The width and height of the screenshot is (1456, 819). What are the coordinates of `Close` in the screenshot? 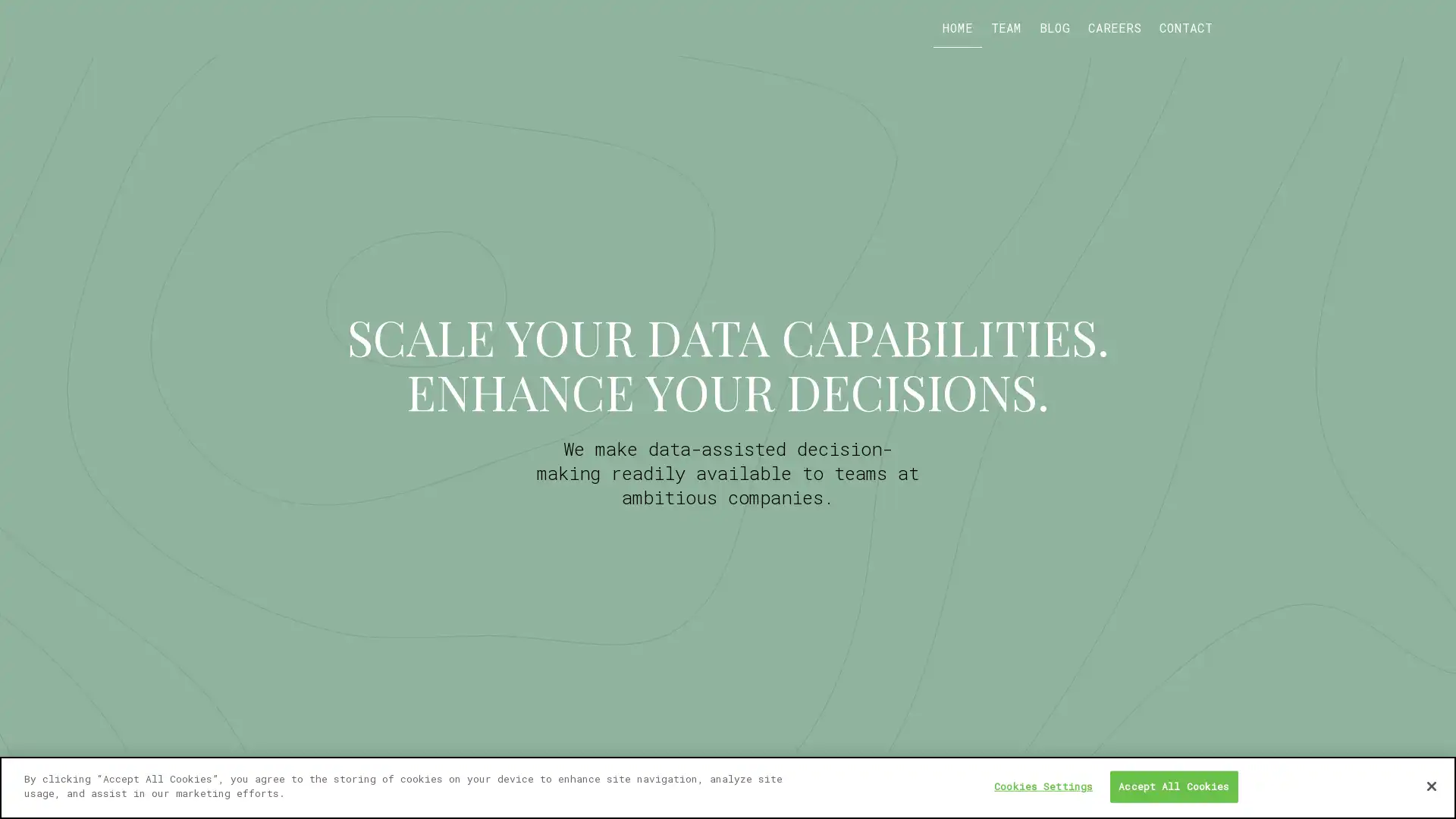 It's located at (1430, 785).